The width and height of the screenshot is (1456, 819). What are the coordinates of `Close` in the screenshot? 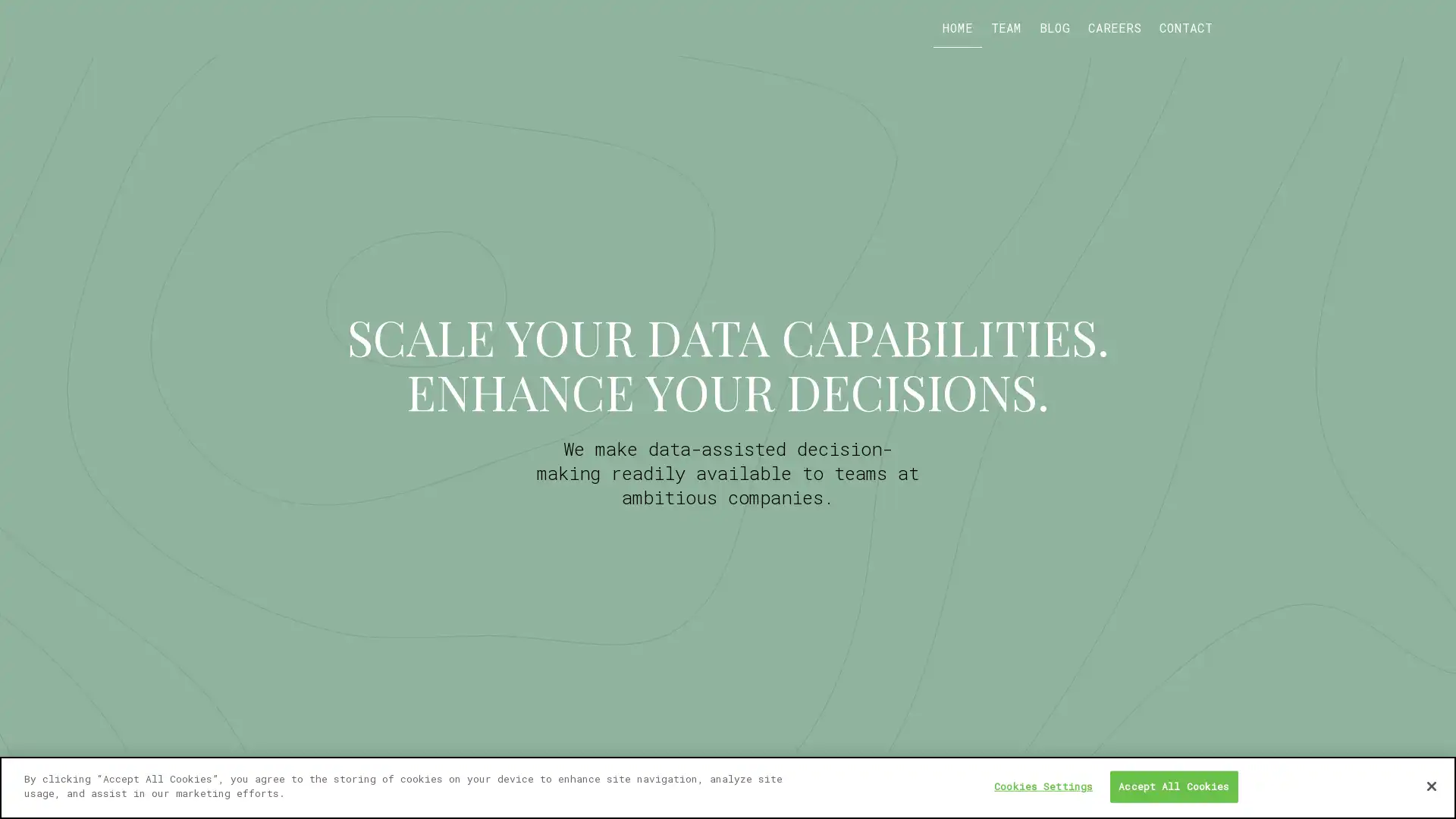 It's located at (1430, 785).